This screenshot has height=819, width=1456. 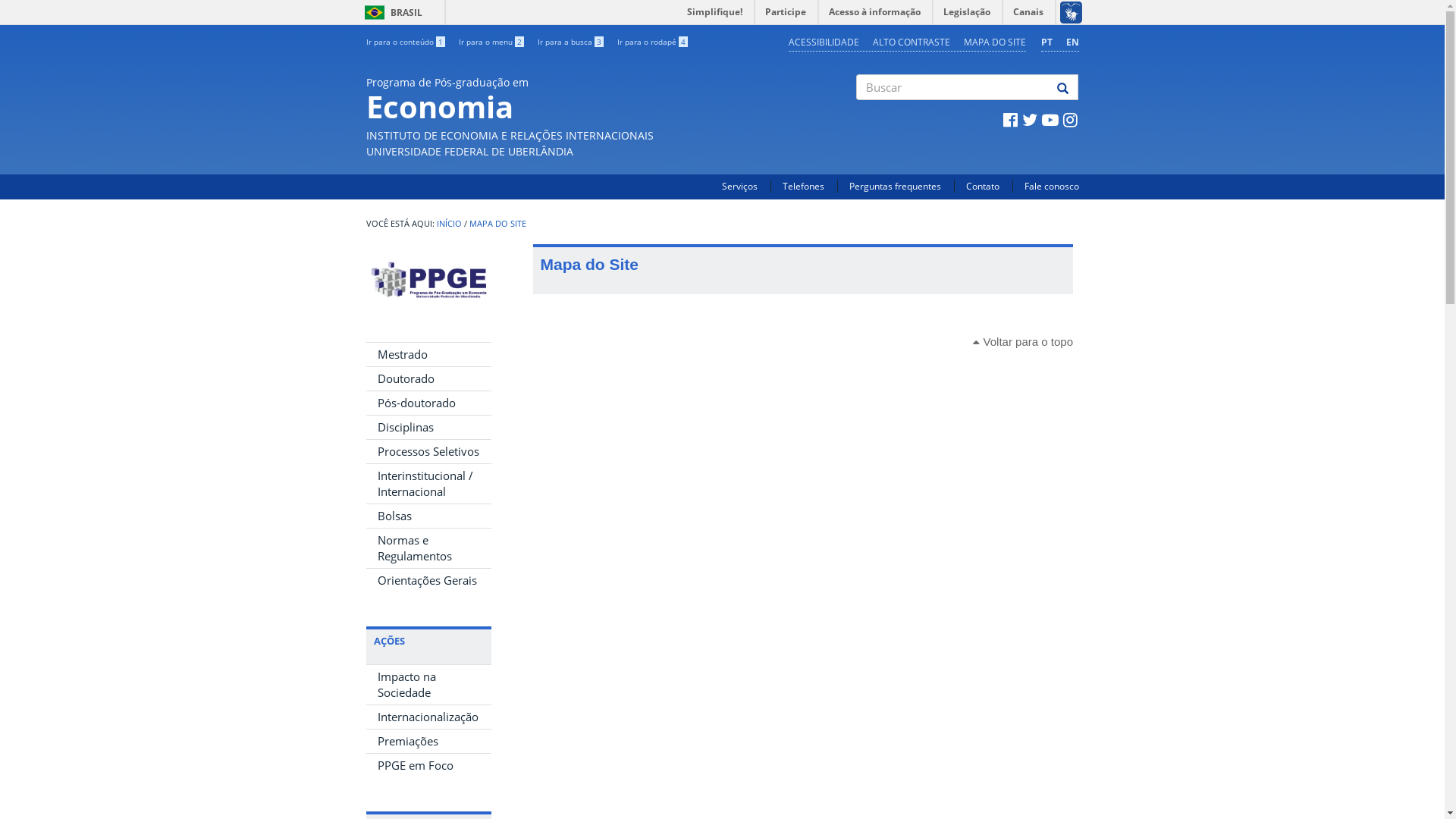 I want to click on 'Ir para a busca 3', so click(x=569, y=40).